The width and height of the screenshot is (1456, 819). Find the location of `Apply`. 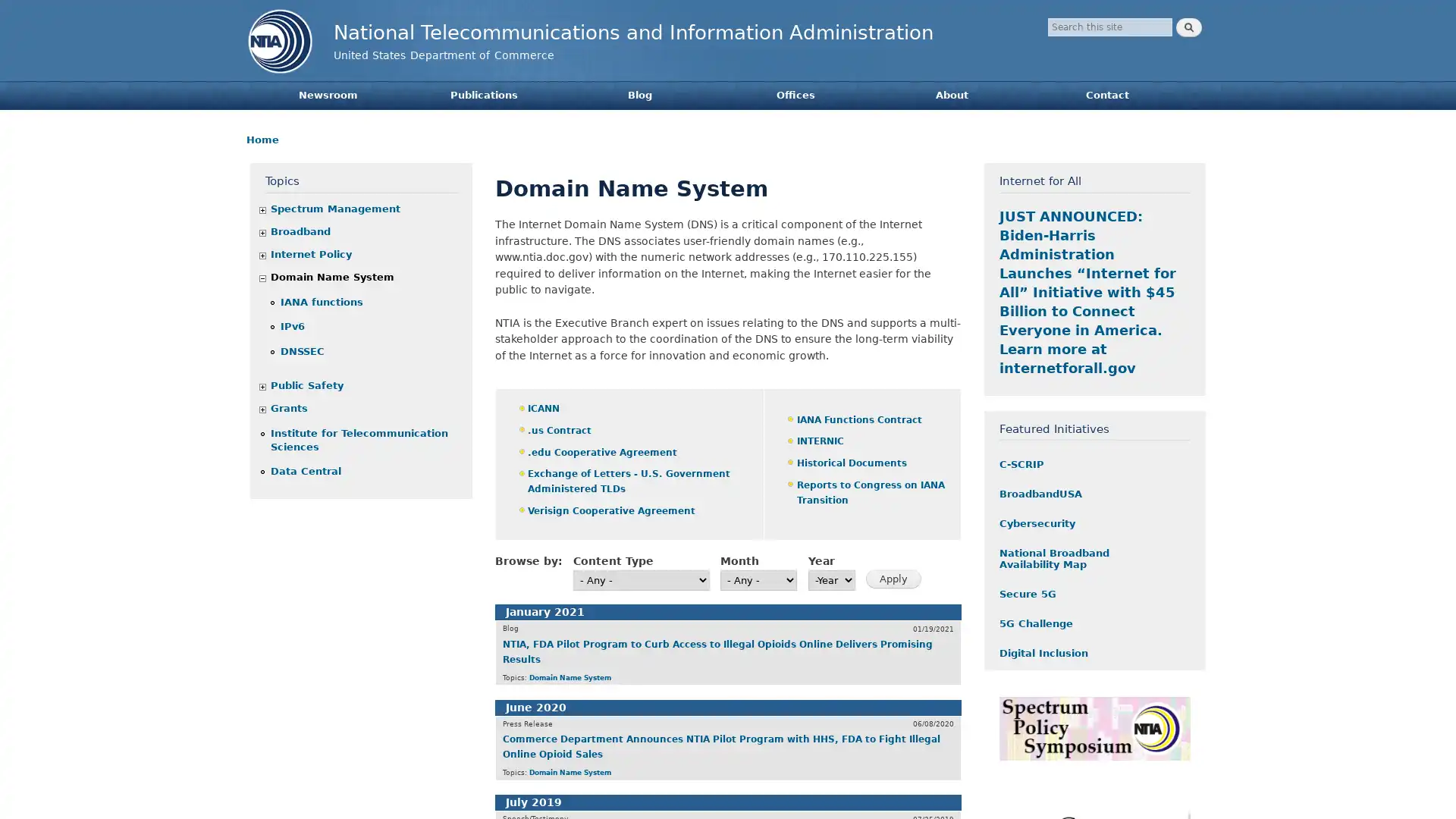

Apply is located at coordinates (893, 579).